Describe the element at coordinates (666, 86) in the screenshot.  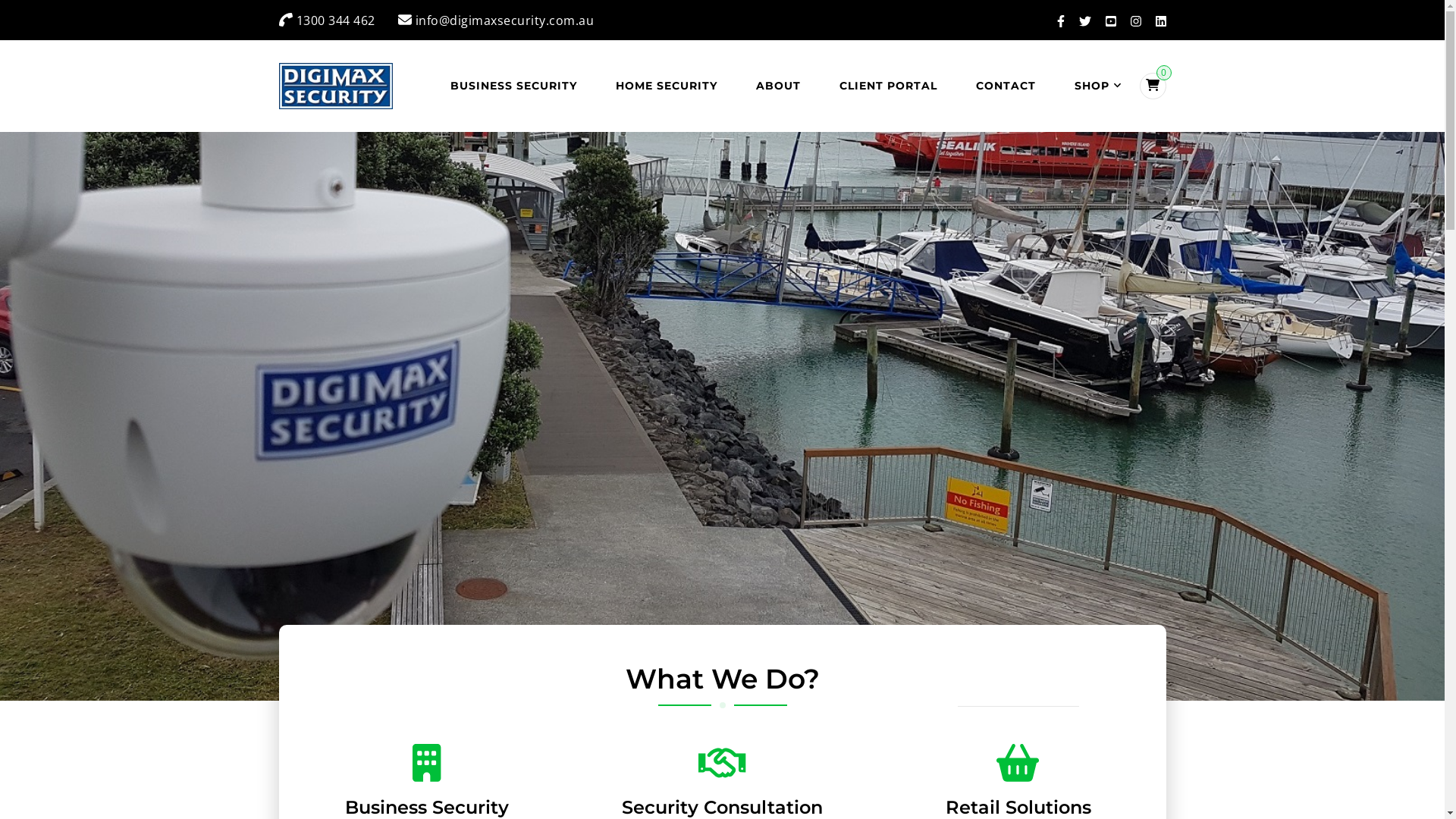
I see `'HOME SECURITY'` at that location.